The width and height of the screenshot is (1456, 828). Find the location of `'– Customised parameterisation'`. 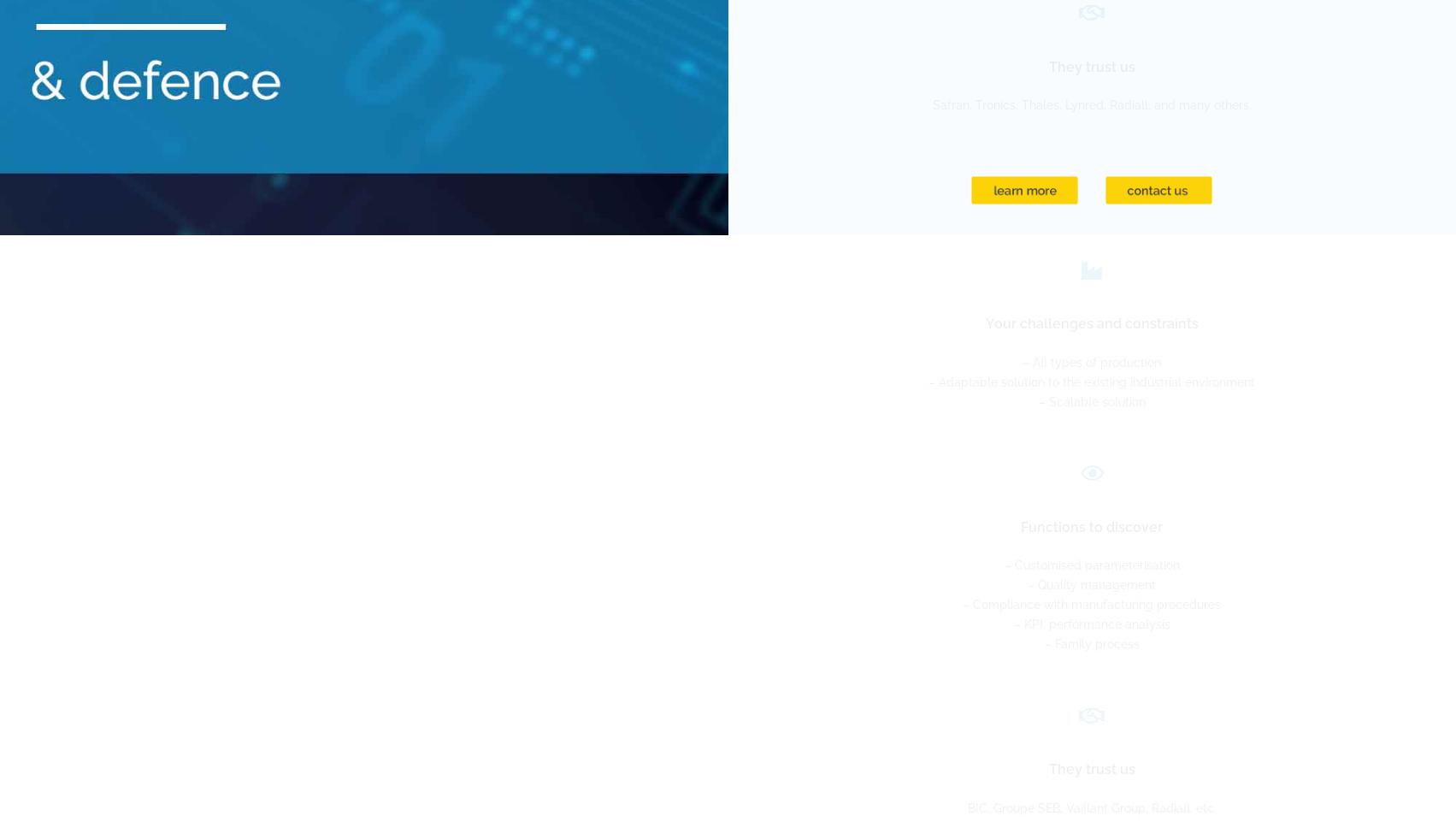

'– Customised parameterisation' is located at coordinates (1004, 565).